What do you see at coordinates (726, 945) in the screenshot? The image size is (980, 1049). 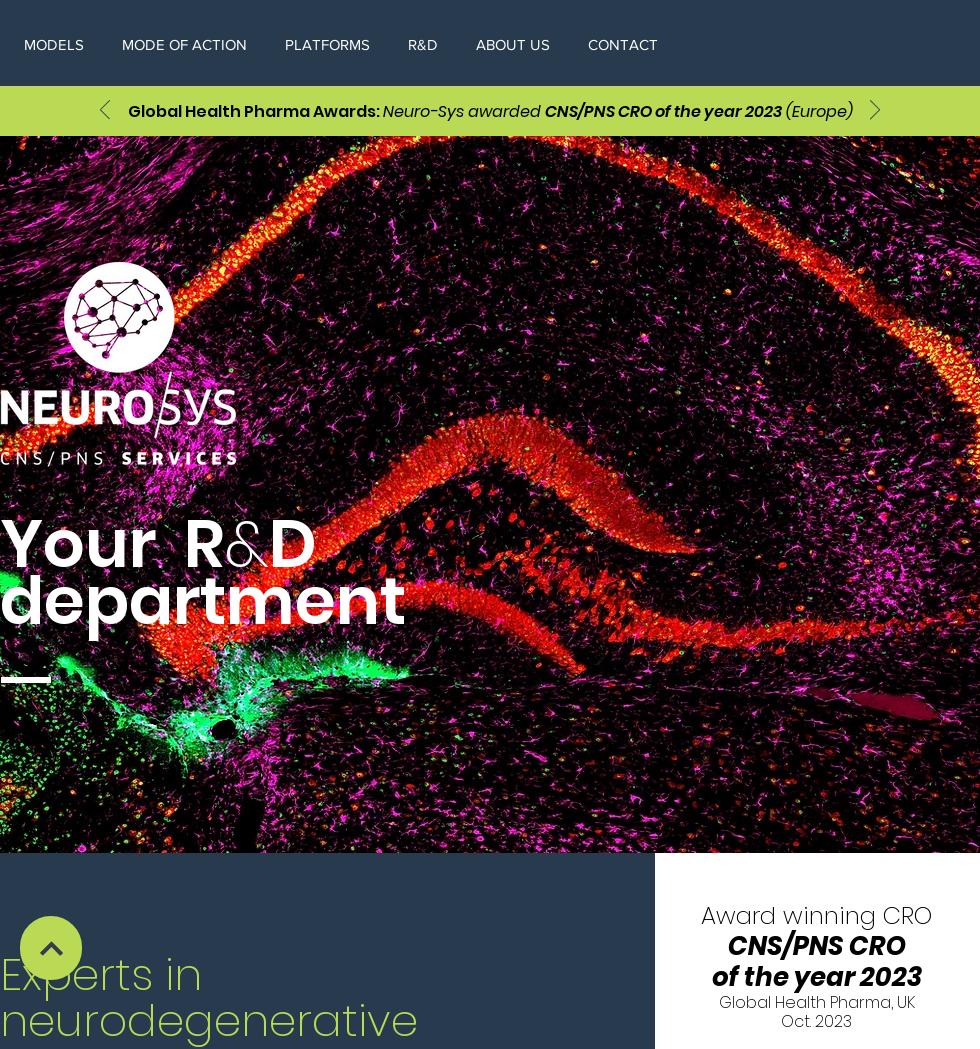 I see `'CNS/PNS CRO'` at bounding box center [726, 945].